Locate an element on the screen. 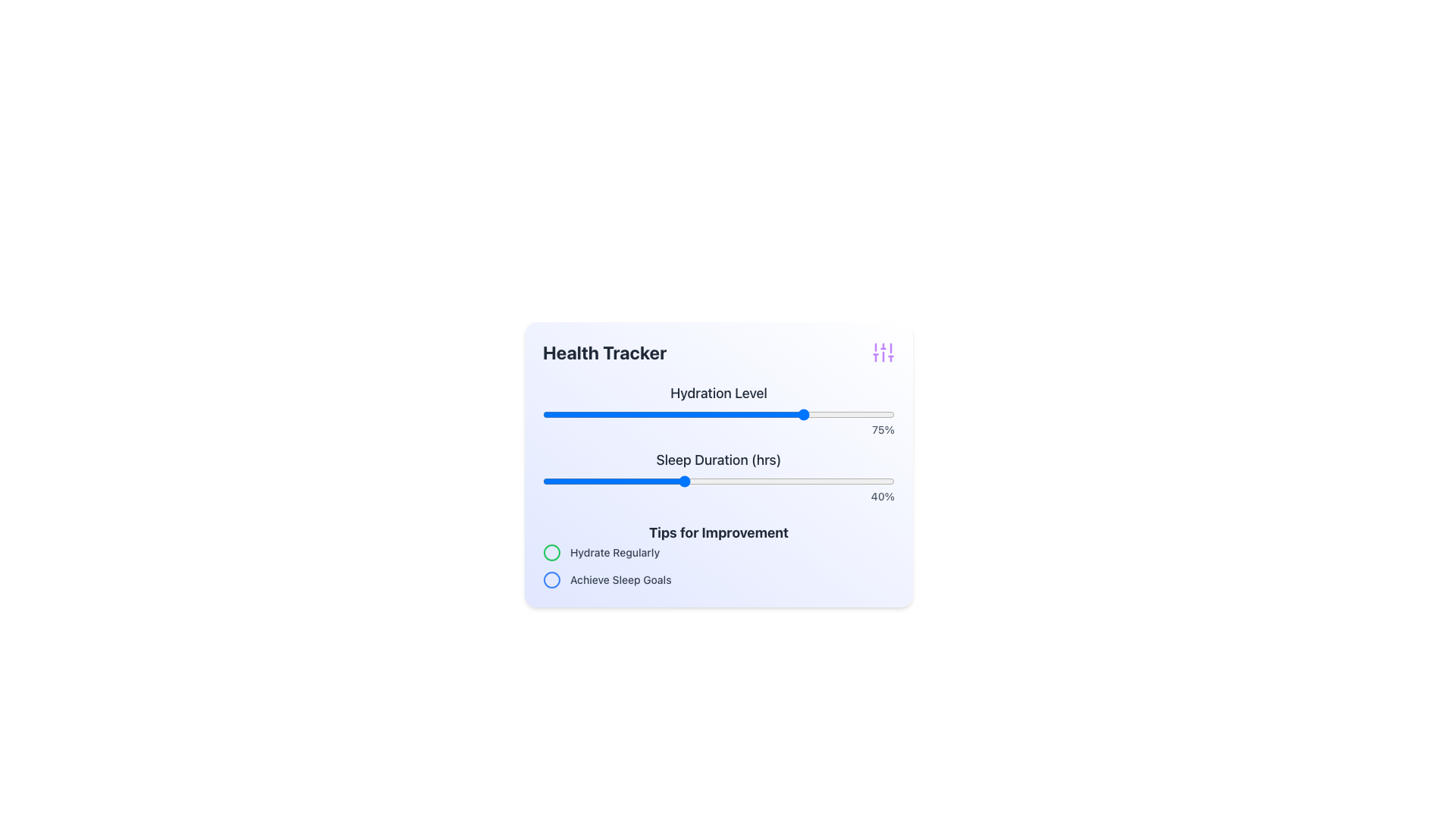  the hydration level is located at coordinates (655, 415).